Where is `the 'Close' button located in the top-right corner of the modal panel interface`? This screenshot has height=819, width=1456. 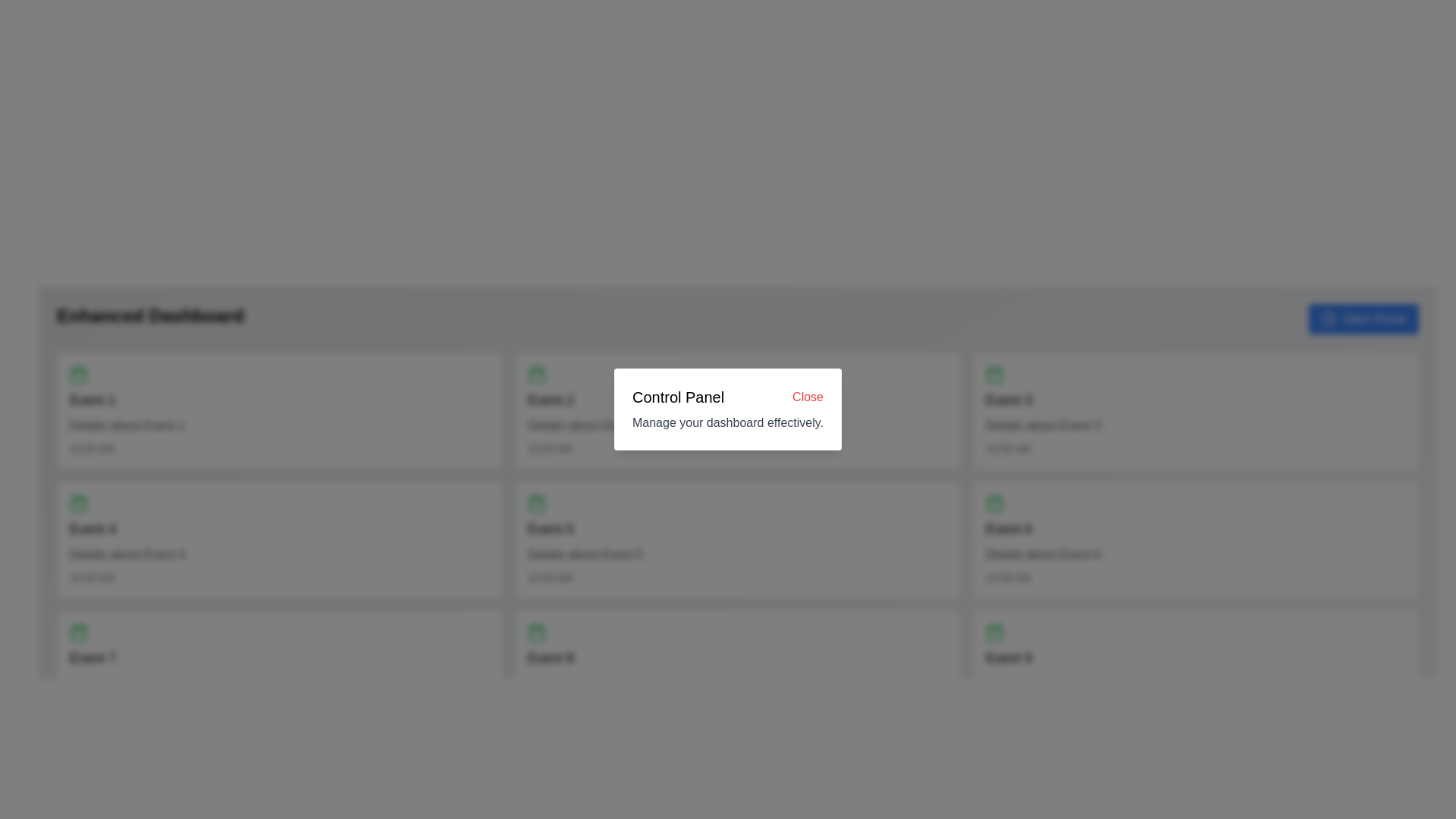
the 'Close' button located in the top-right corner of the modal panel interface is located at coordinates (807, 397).